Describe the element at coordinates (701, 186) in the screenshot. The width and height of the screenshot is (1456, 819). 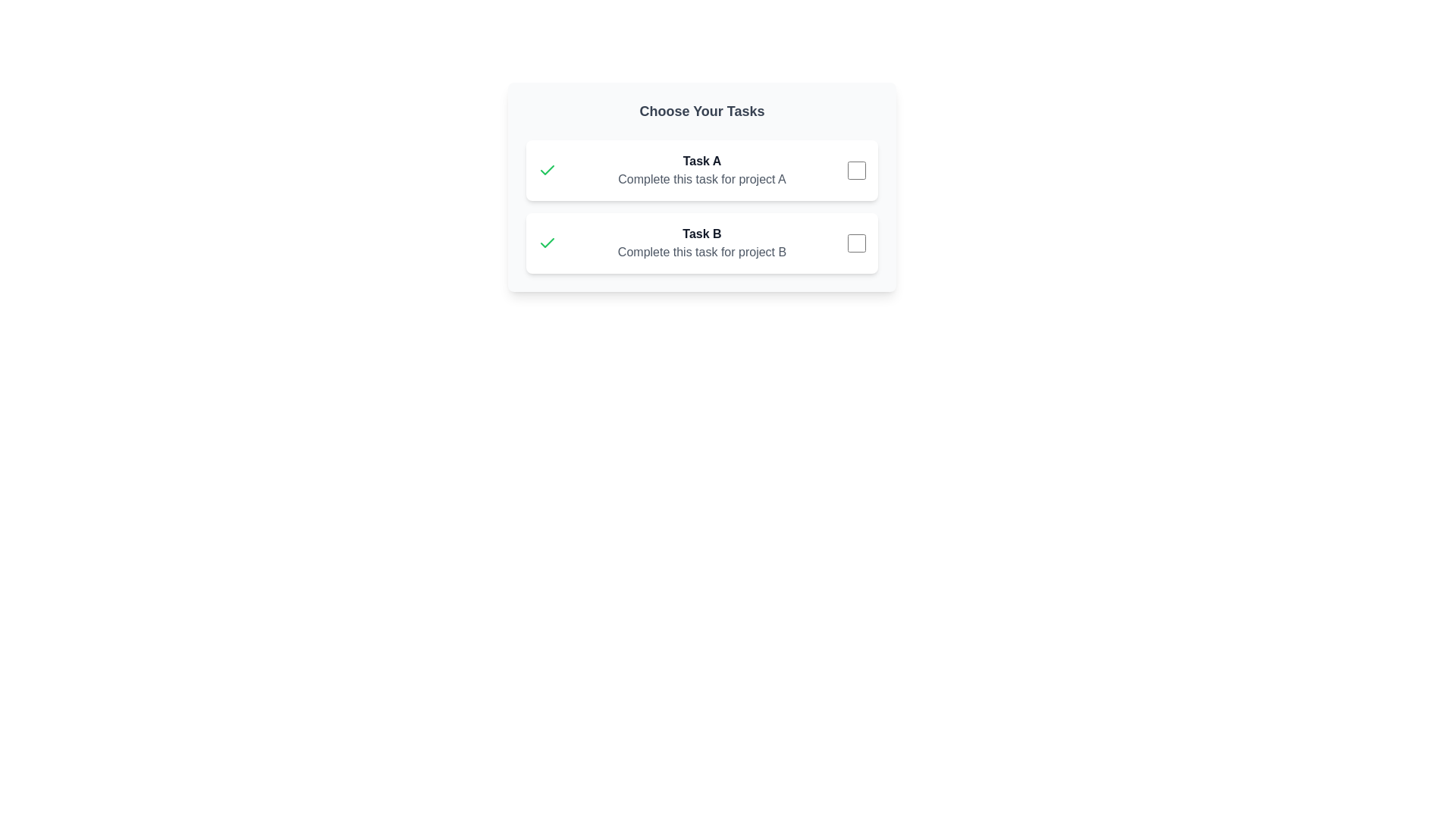
I see `the task title in the vertically arranged card layout` at that location.